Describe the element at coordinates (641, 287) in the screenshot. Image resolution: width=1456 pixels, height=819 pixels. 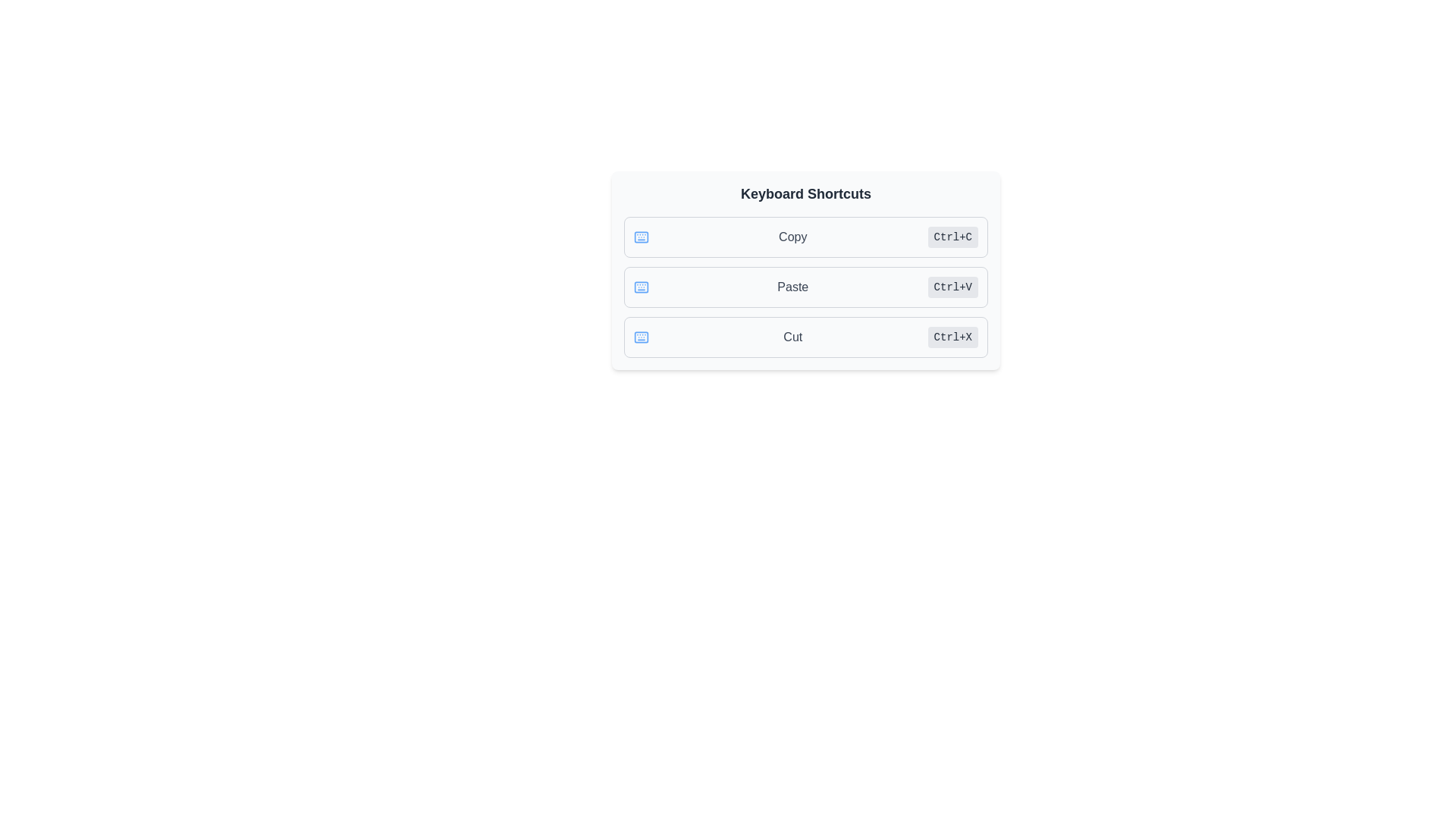
I see `the SVG keyboard icon located in the left section of the 'Paste' option row, which features a simplistic depiction of keys and a blue coloring scheme` at that location.